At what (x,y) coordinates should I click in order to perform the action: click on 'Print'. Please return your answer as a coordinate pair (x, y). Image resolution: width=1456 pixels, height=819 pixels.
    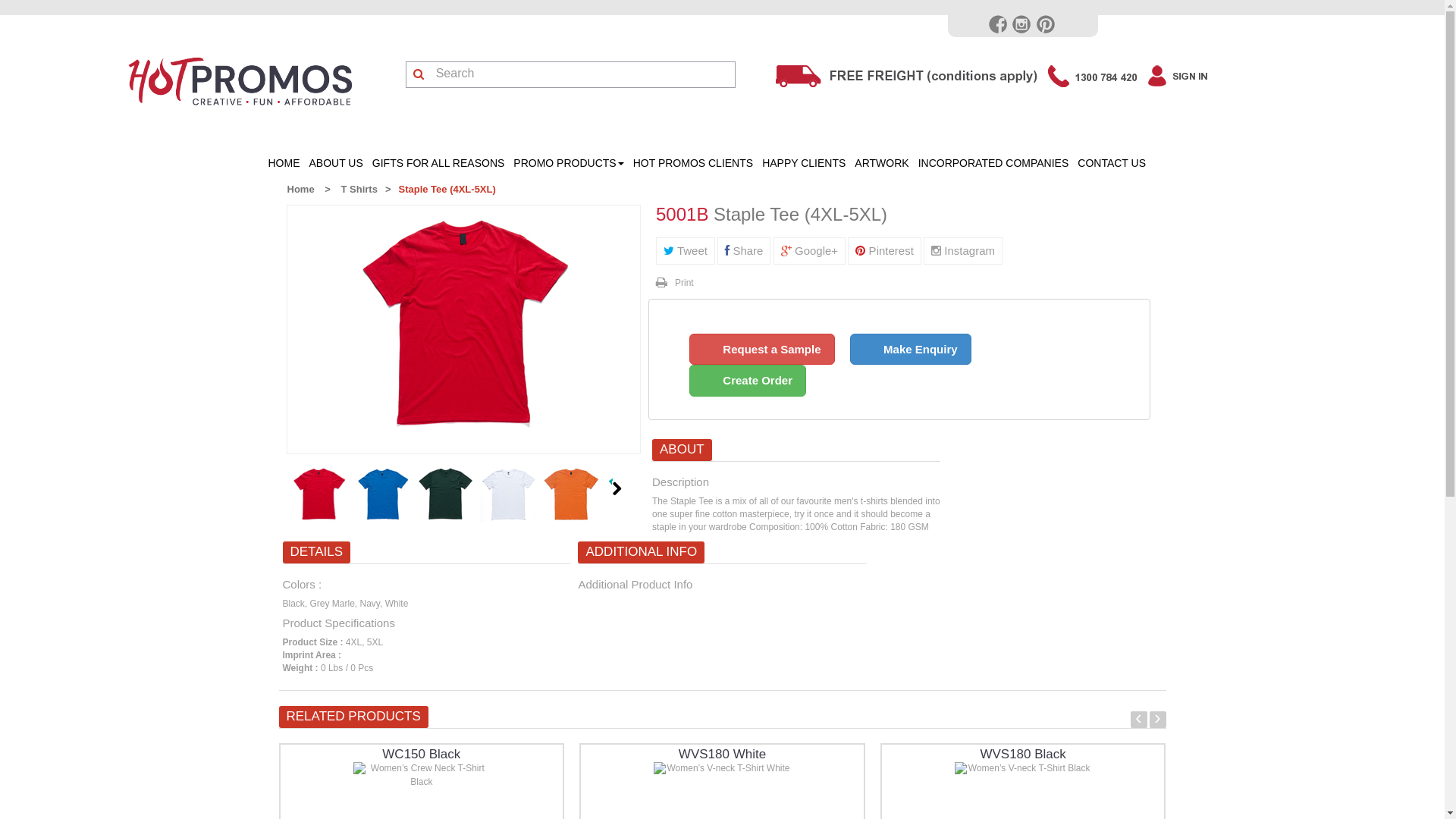
    Looking at the image, I should click on (673, 283).